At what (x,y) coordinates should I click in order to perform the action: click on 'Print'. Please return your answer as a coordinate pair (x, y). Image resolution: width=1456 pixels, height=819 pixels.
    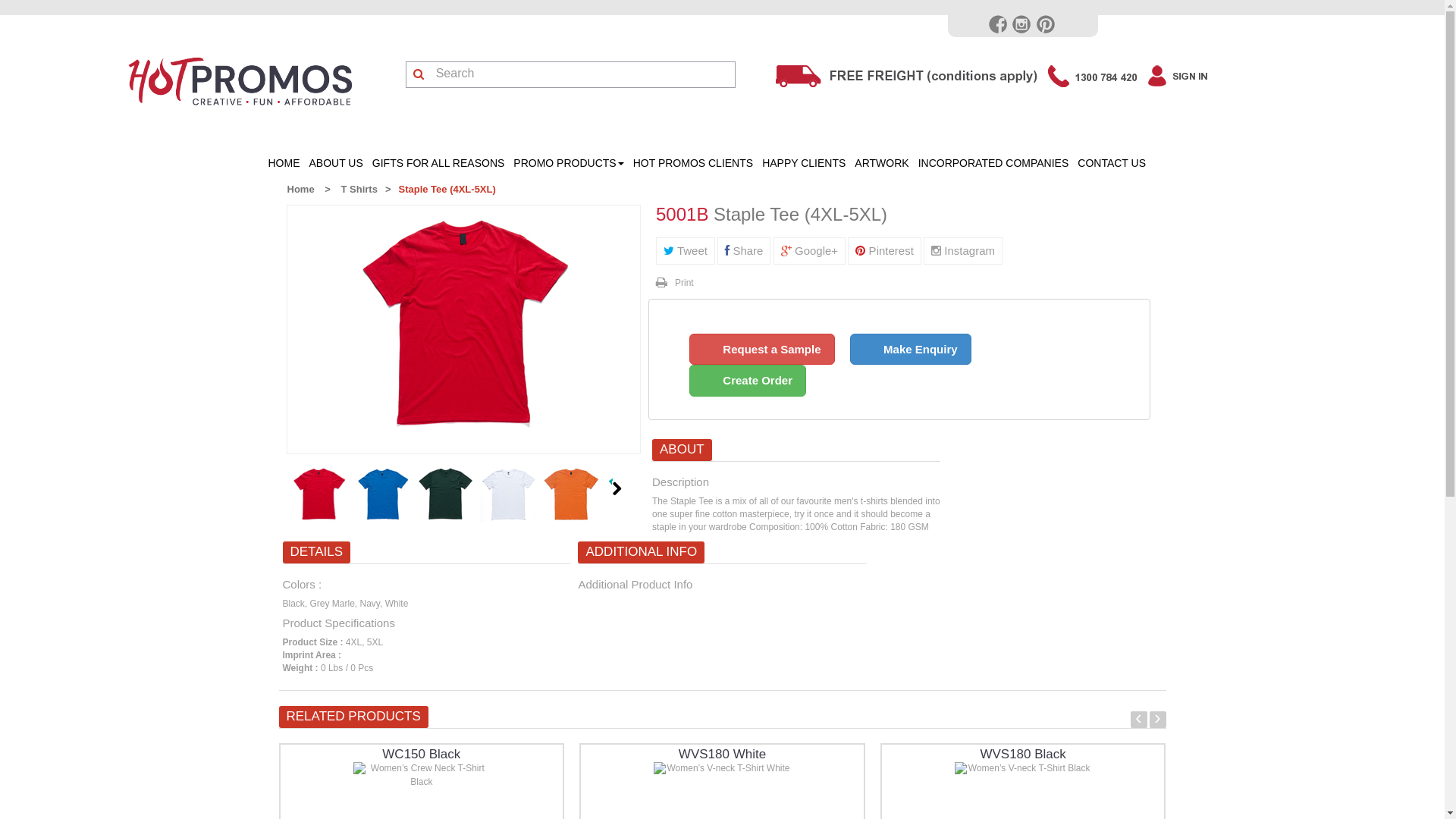
    Looking at the image, I should click on (673, 283).